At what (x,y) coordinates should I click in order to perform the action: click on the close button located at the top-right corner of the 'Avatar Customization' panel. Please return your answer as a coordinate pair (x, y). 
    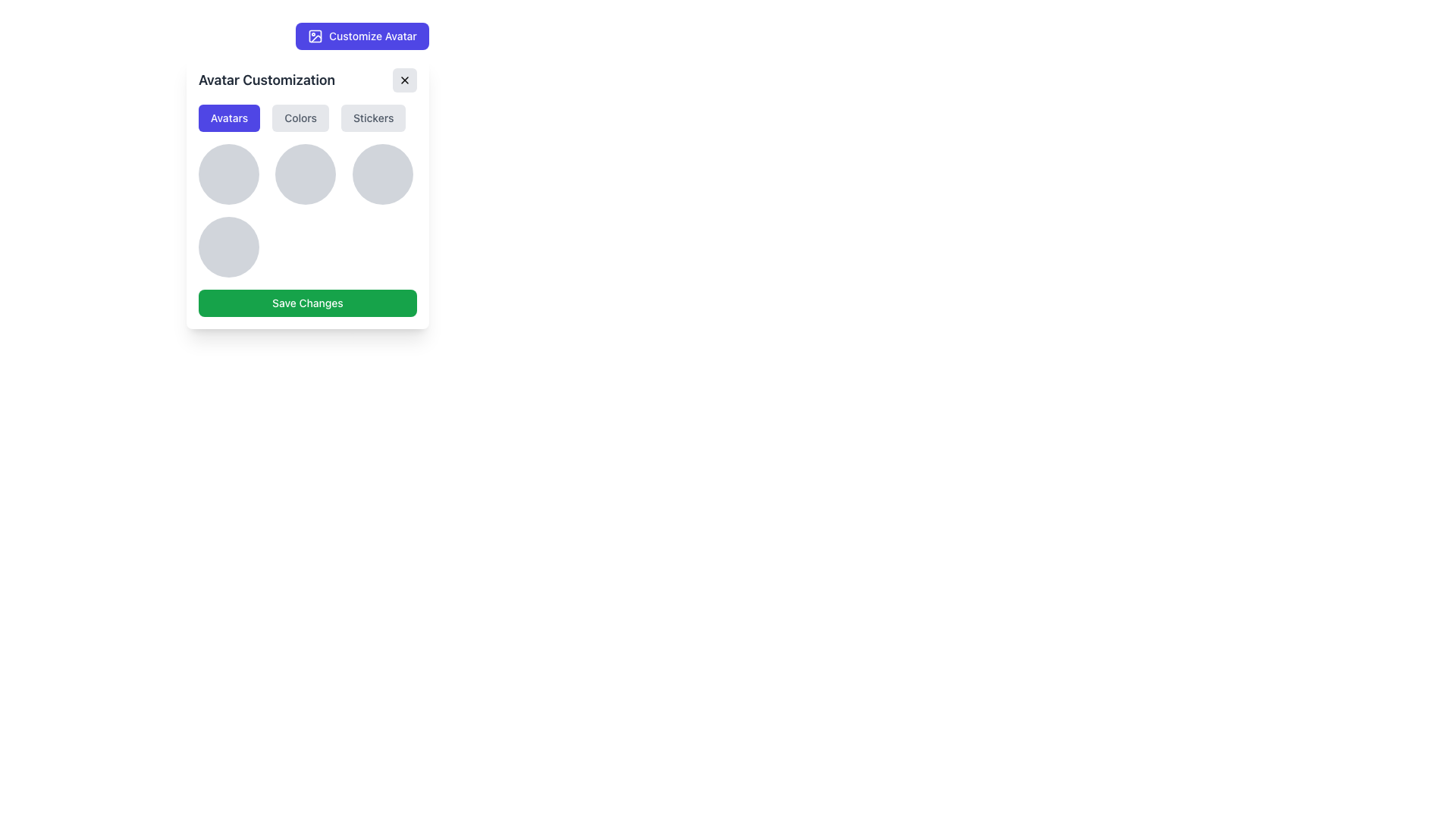
    Looking at the image, I should click on (404, 80).